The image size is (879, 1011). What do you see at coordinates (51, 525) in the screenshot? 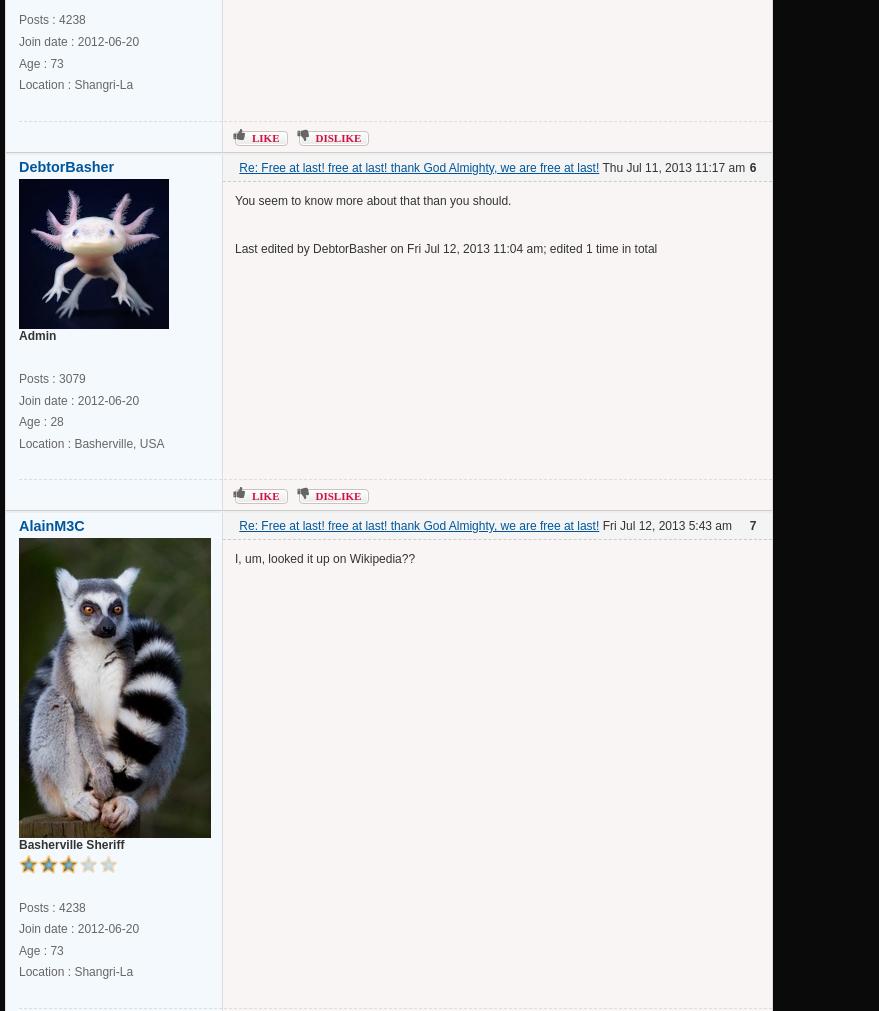
I see `'AlainM3C'` at bounding box center [51, 525].